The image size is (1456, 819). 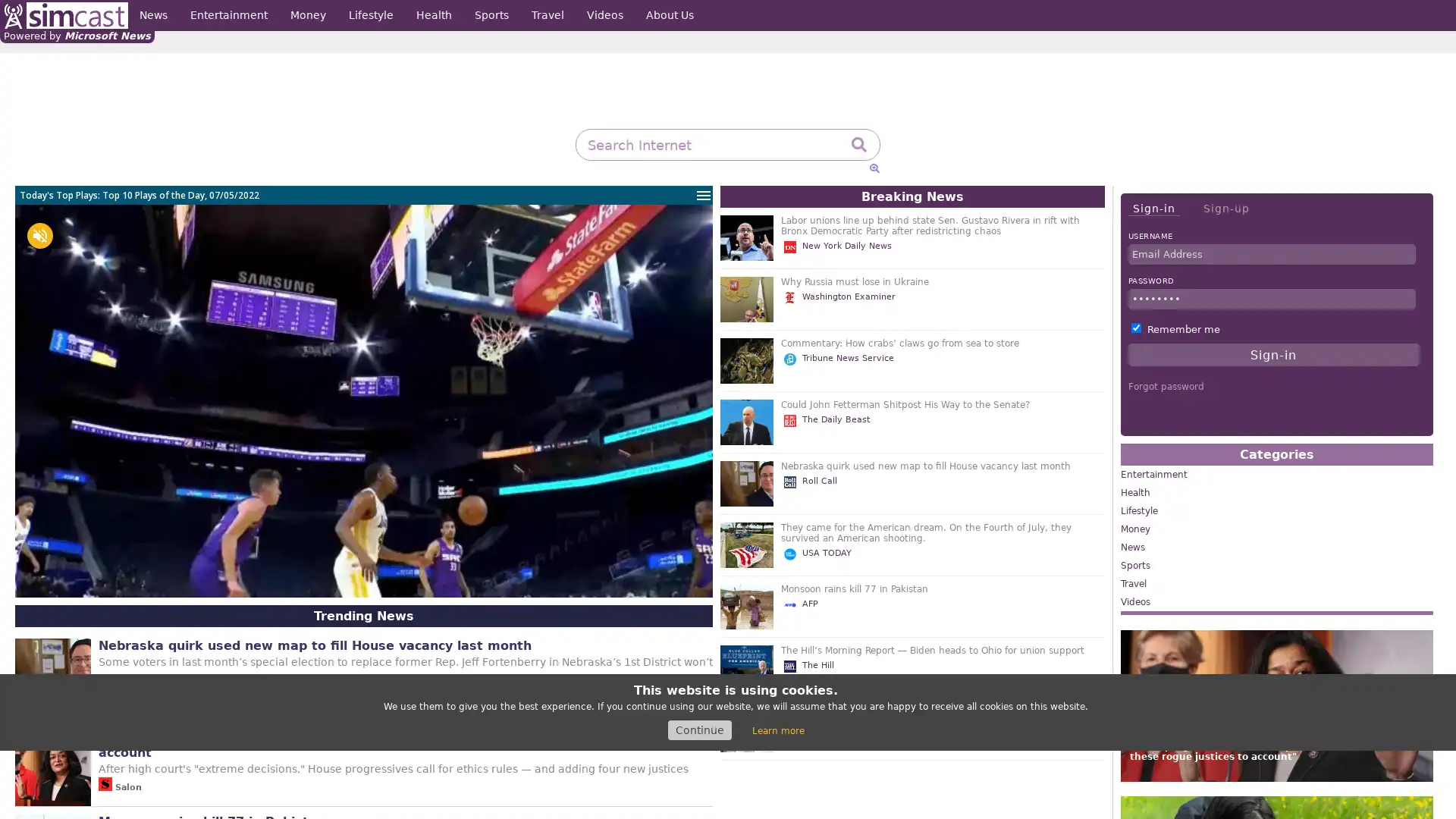 I want to click on volume_offvolume_up, so click(x=39, y=236).